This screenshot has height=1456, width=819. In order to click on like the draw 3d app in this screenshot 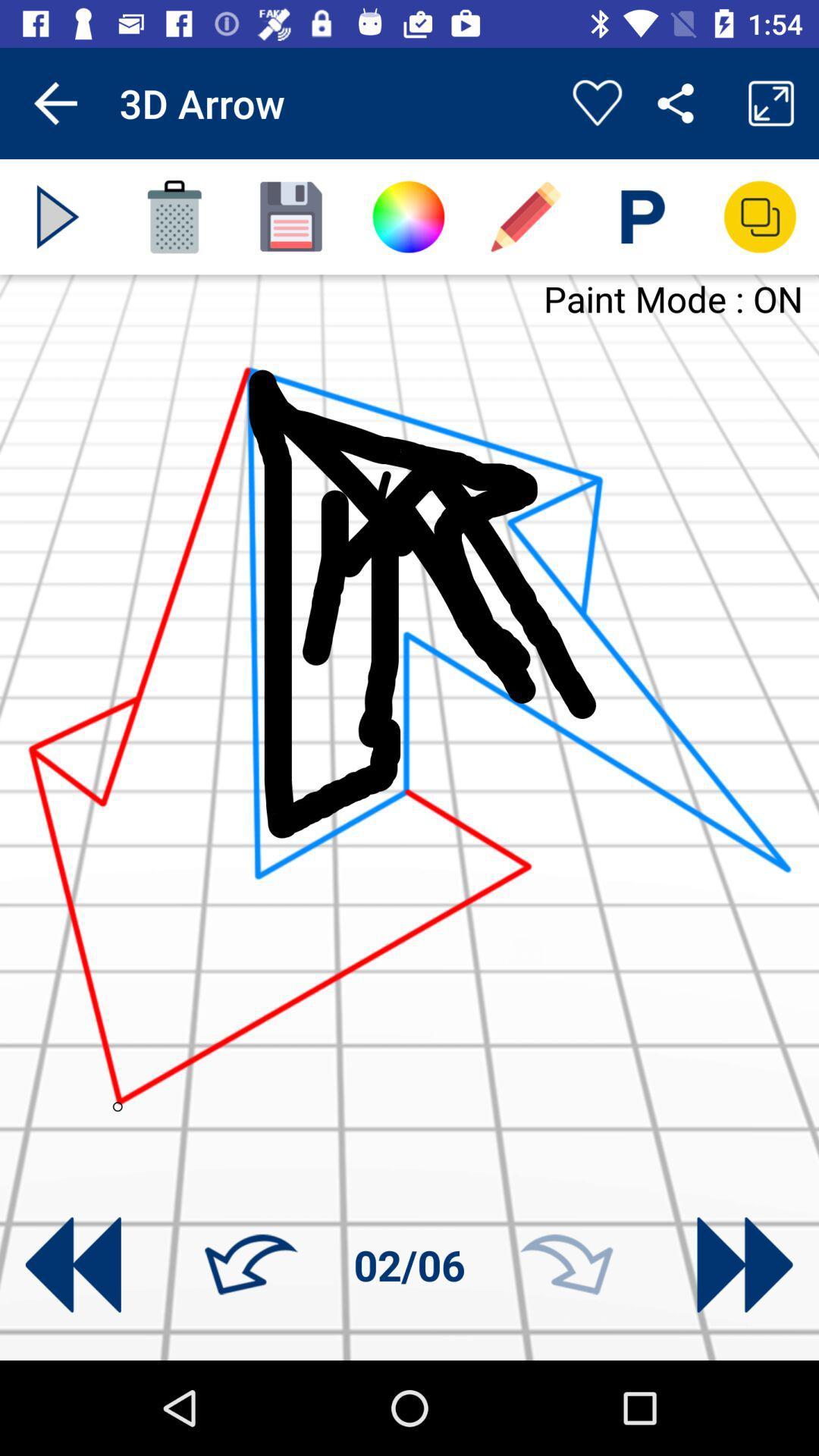, I will do `click(596, 102)`.